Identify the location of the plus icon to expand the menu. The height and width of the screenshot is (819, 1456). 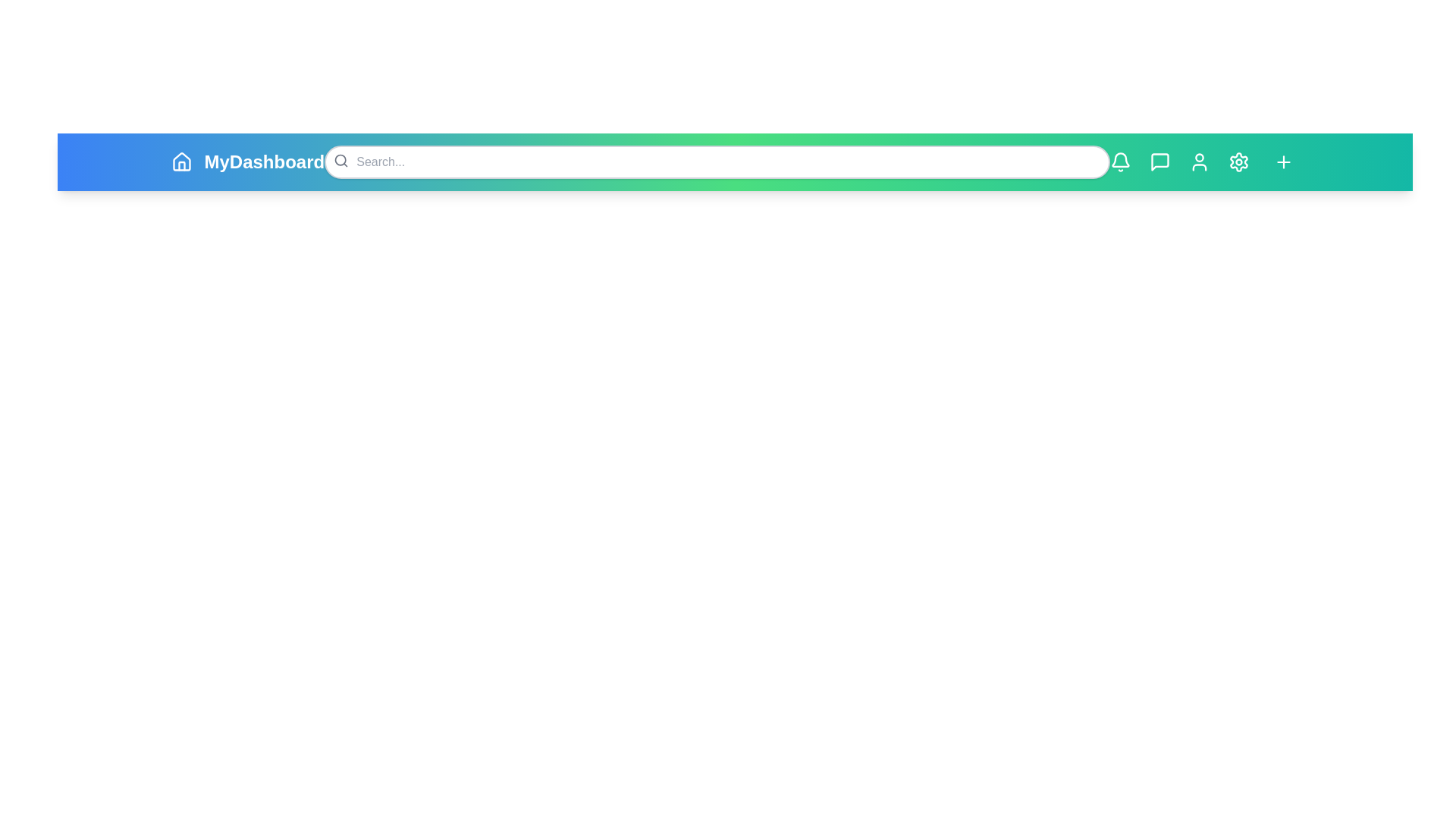
(1282, 162).